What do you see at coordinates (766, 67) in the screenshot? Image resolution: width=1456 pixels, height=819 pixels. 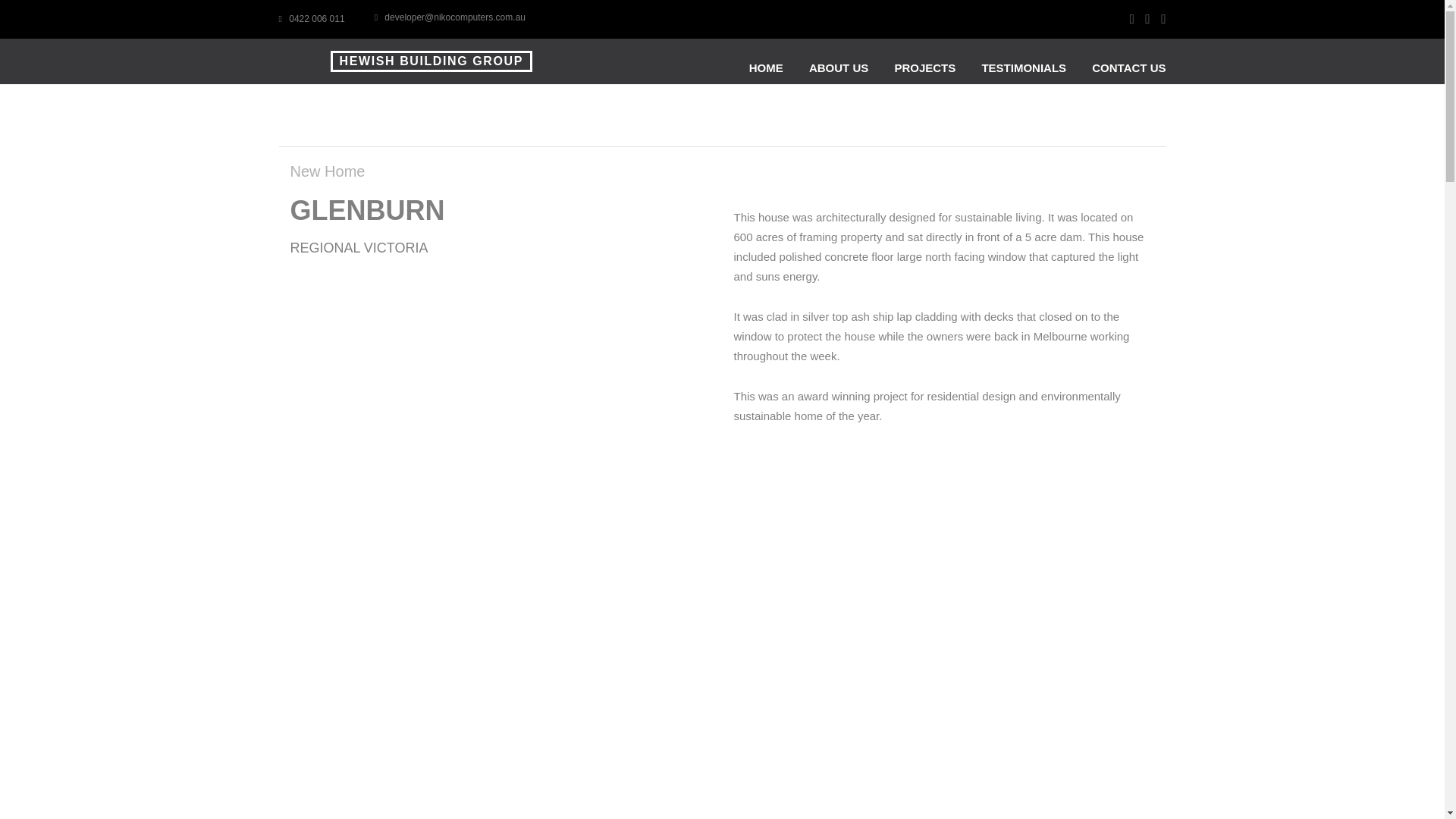 I see `'HOME'` at bounding box center [766, 67].